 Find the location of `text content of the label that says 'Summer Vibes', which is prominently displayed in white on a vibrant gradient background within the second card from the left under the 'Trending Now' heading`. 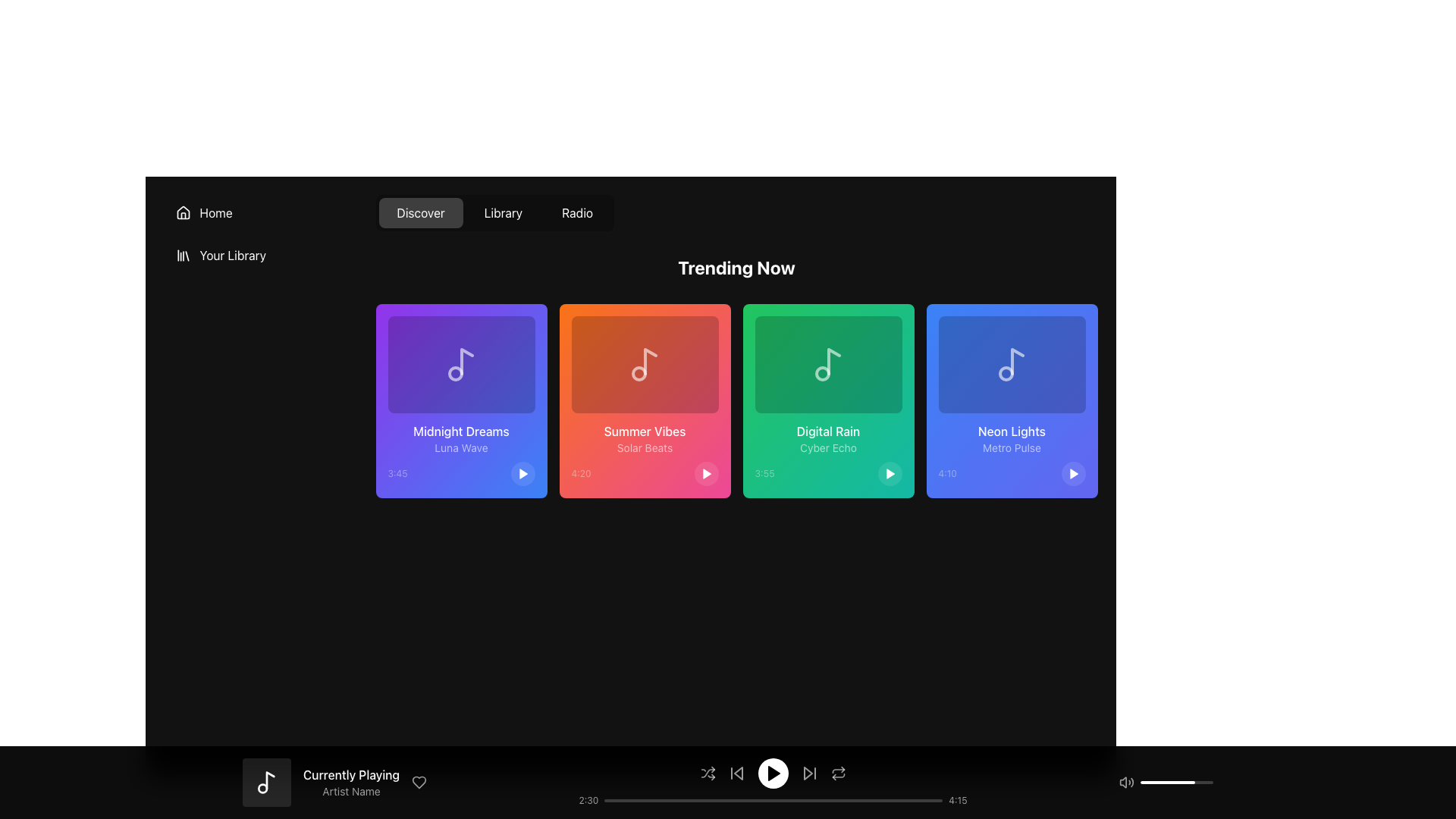

text content of the label that says 'Summer Vibes', which is prominently displayed in white on a vibrant gradient background within the second card from the left under the 'Trending Now' heading is located at coordinates (645, 431).